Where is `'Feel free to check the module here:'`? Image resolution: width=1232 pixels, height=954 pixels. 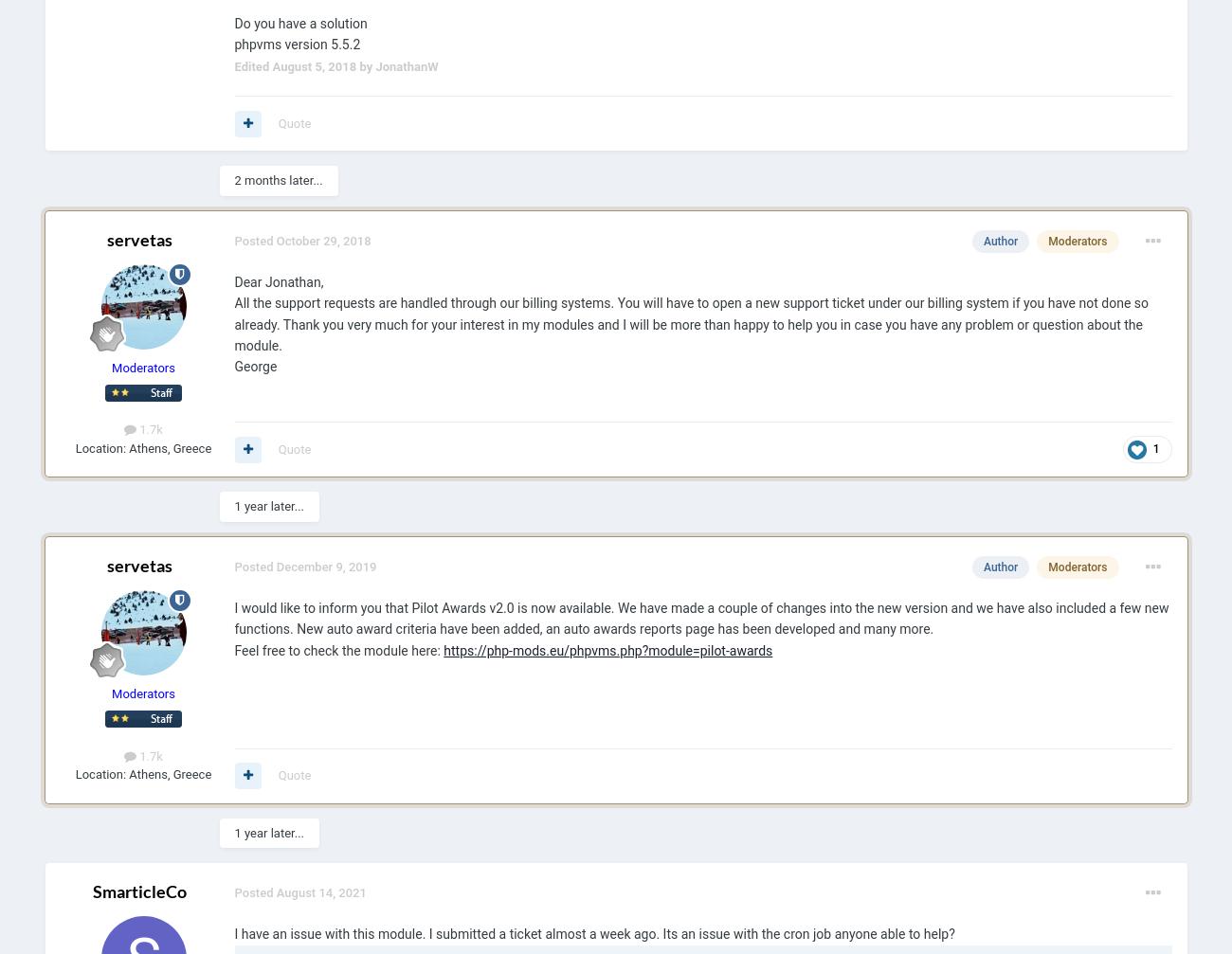
'Feel free to check the module here:' is located at coordinates (337, 648).